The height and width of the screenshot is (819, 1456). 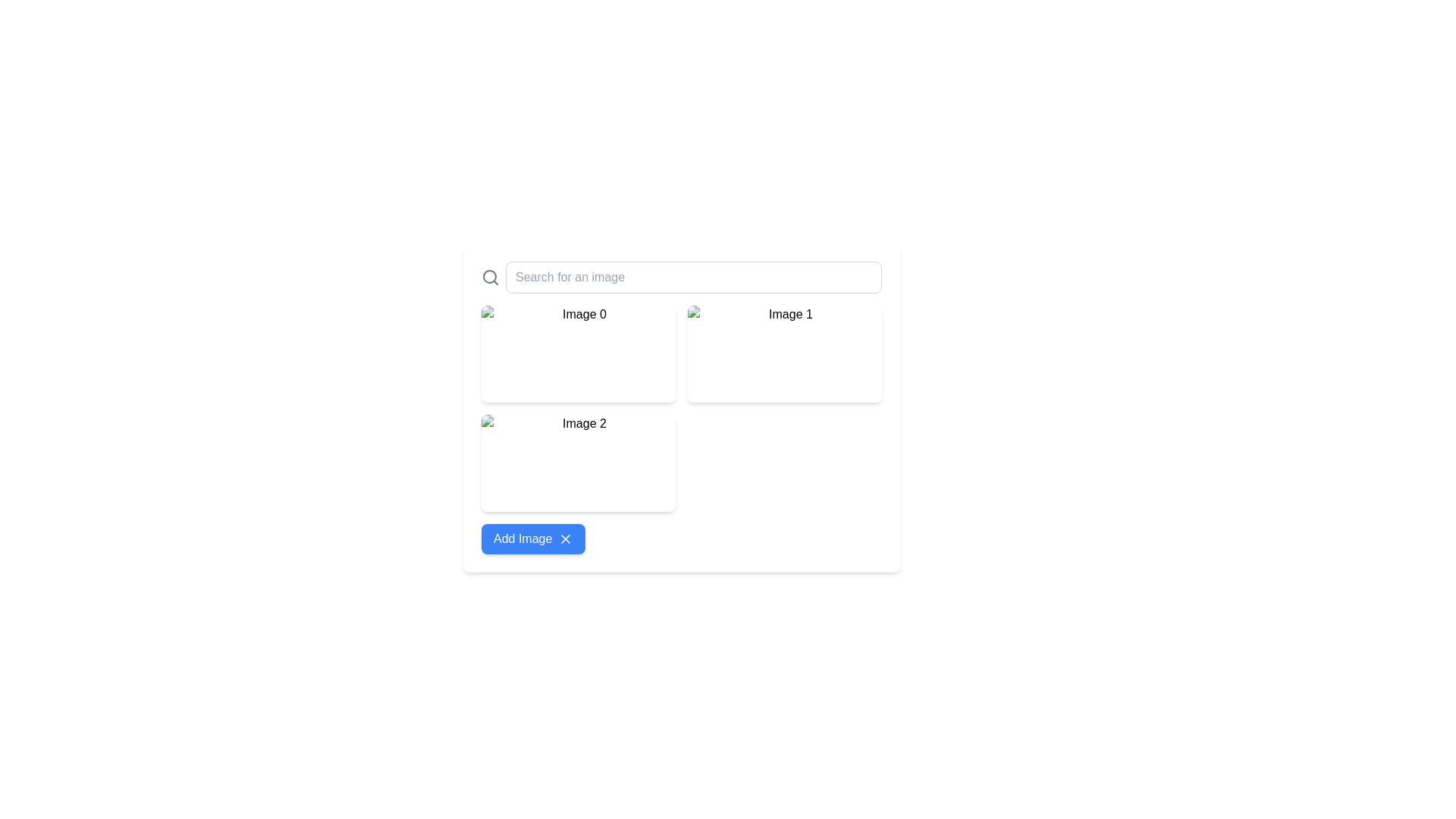 I want to click on the small 'X' icon located immediately to the right of the blue 'Add Image' button near the bottom of the interface, so click(x=565, y=538).